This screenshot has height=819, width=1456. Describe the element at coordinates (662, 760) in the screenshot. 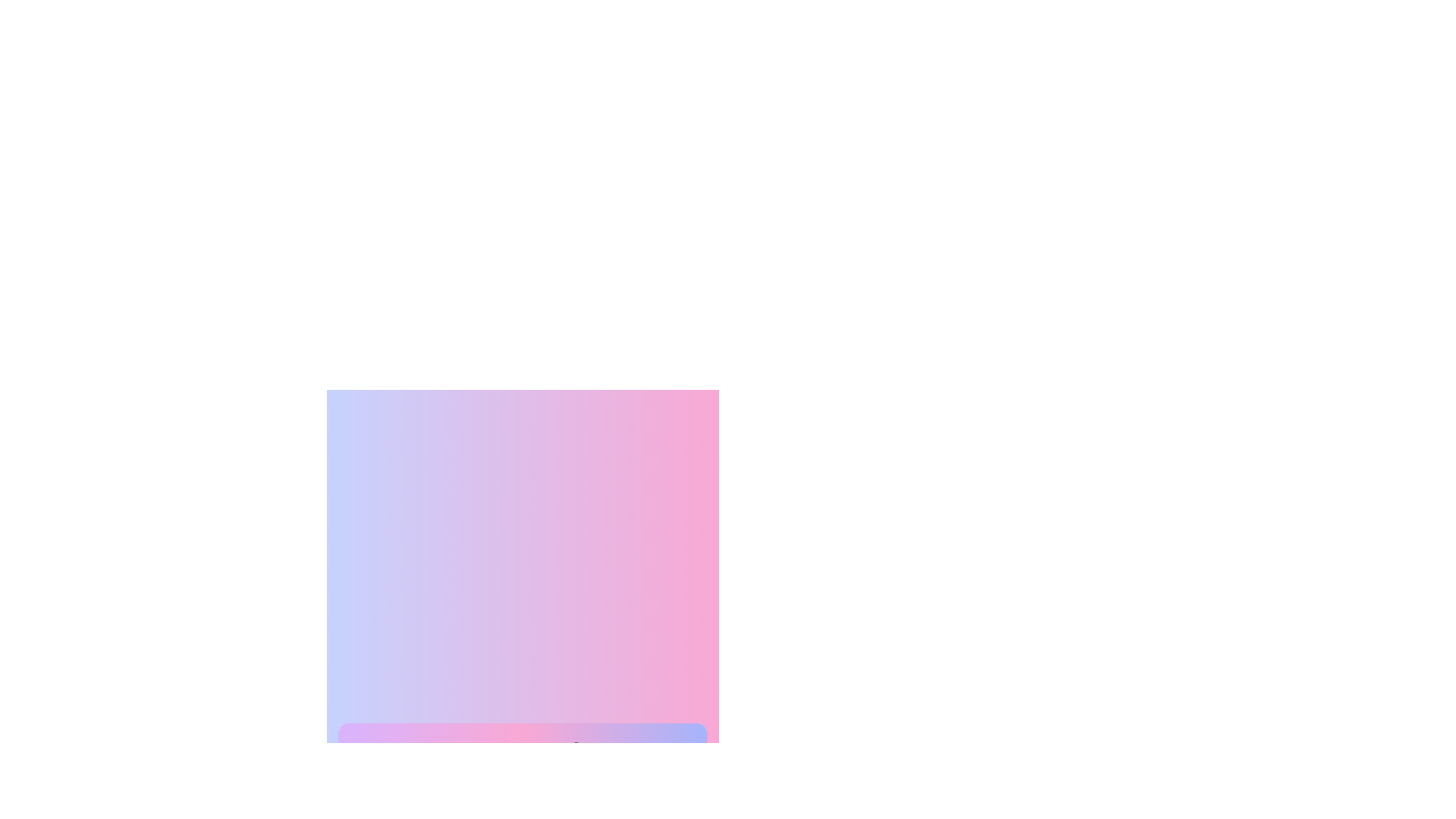

I see `the Music tab to switch to its view` at that location.